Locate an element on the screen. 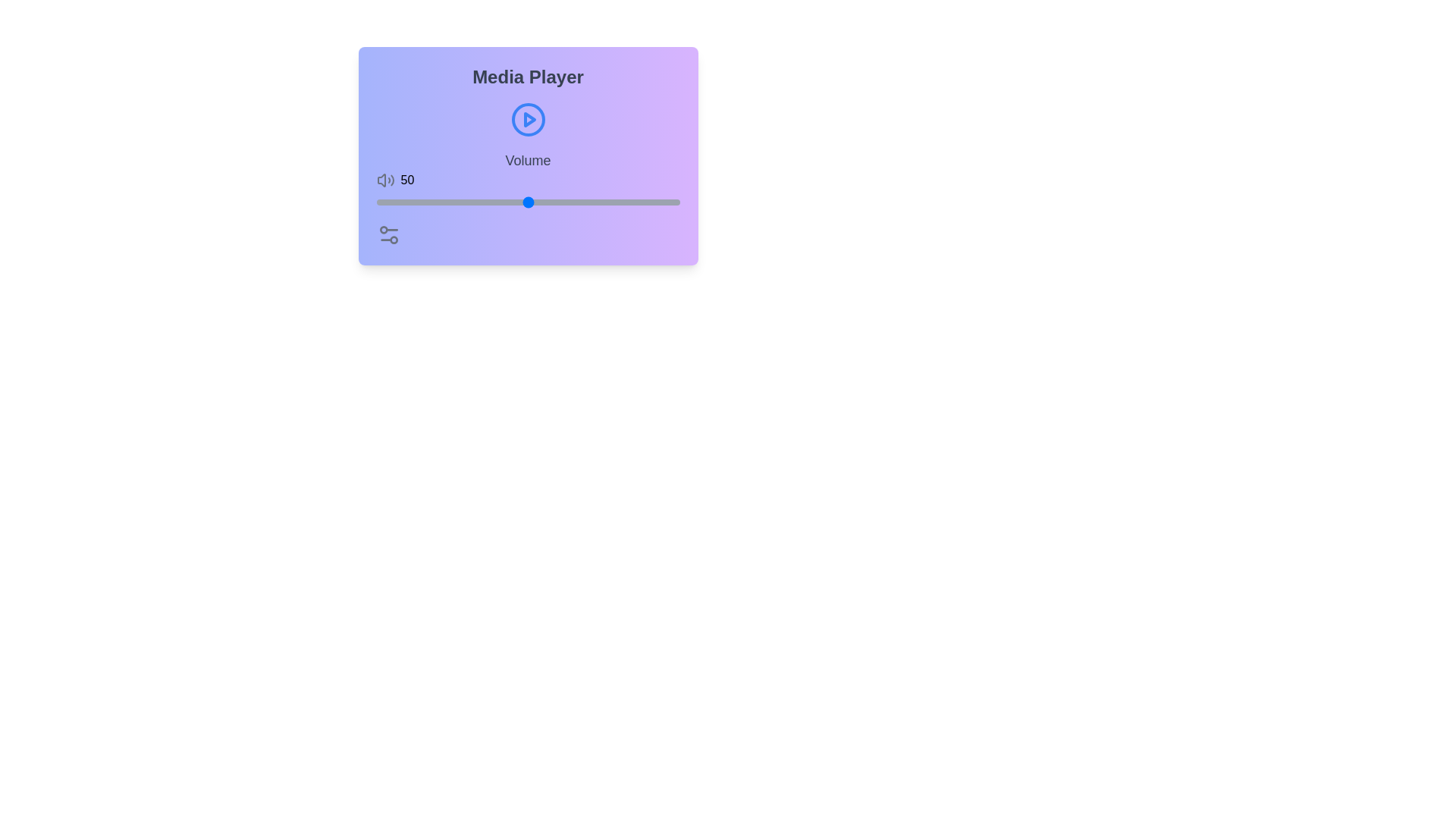  the volume level is located at coordinates (376, 201).